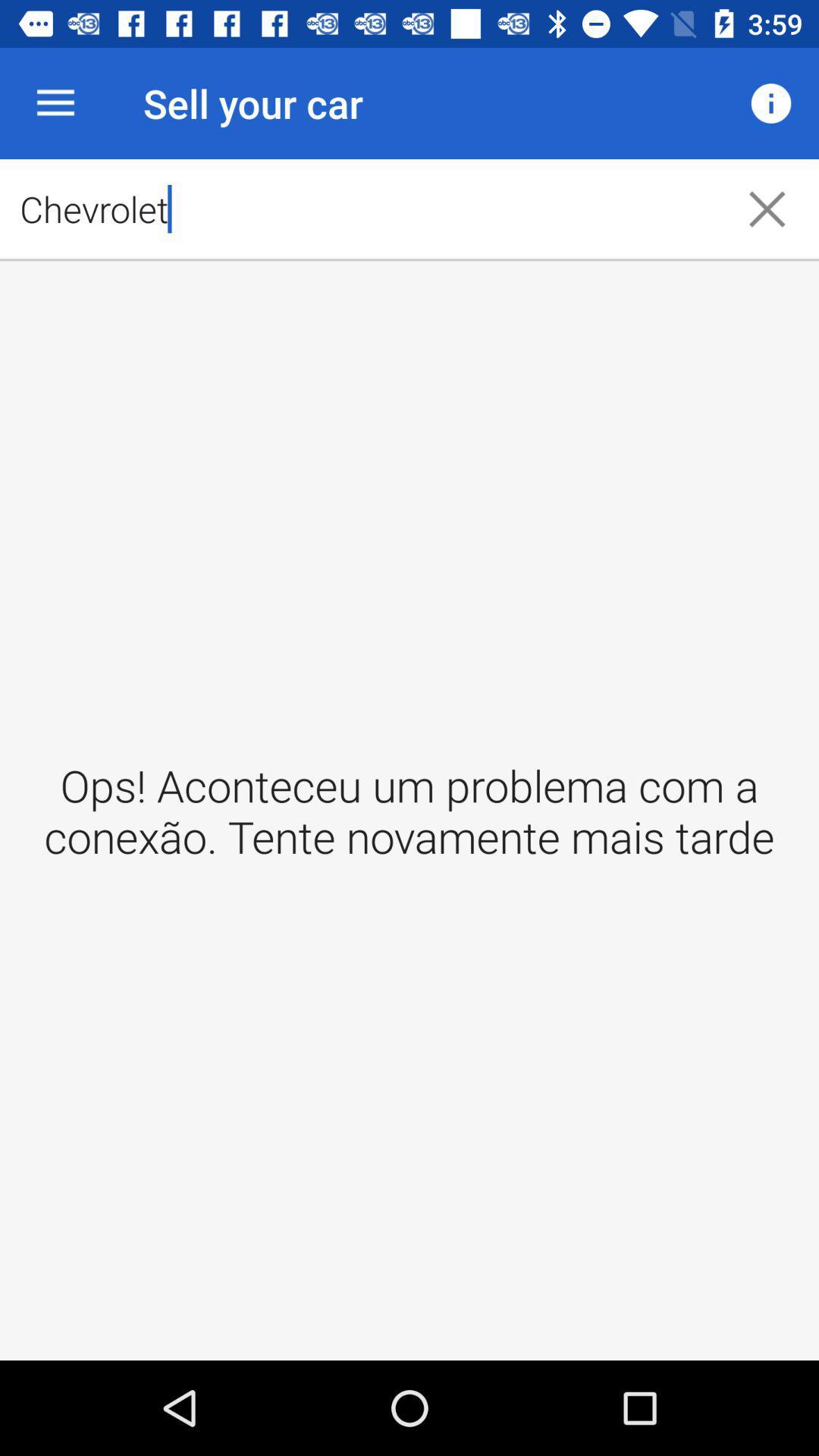  What do you see at coordinates (767, 208) in the screenshot?
I see `close` at bounding box center [767, 208].